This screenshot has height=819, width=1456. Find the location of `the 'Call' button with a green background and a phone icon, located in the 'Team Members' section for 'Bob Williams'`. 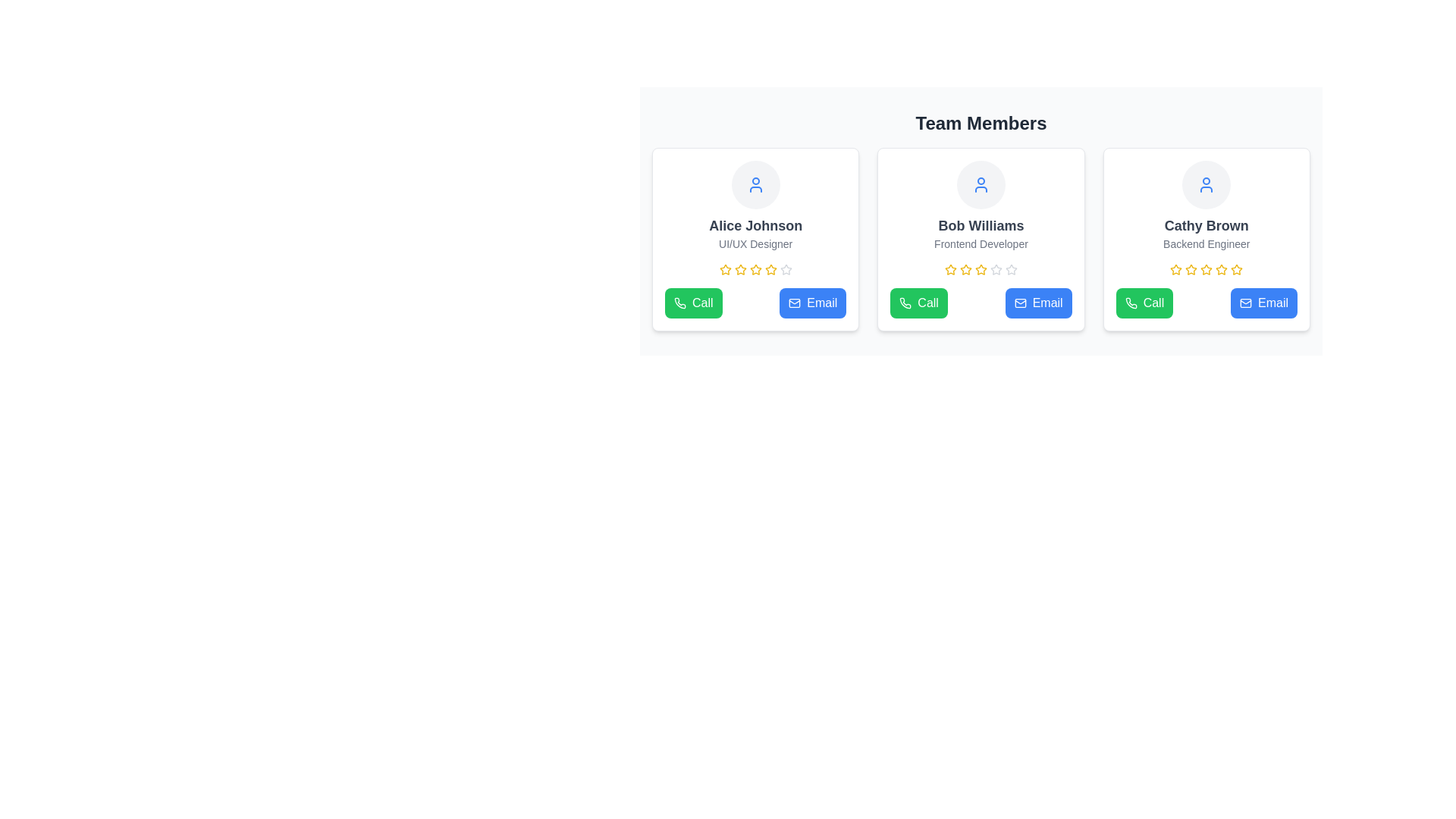

the 'Call' button with a green background and a phone icon, located in the 'Team Members' section for 'Bob Williams' is located at coordinates (918, 303).